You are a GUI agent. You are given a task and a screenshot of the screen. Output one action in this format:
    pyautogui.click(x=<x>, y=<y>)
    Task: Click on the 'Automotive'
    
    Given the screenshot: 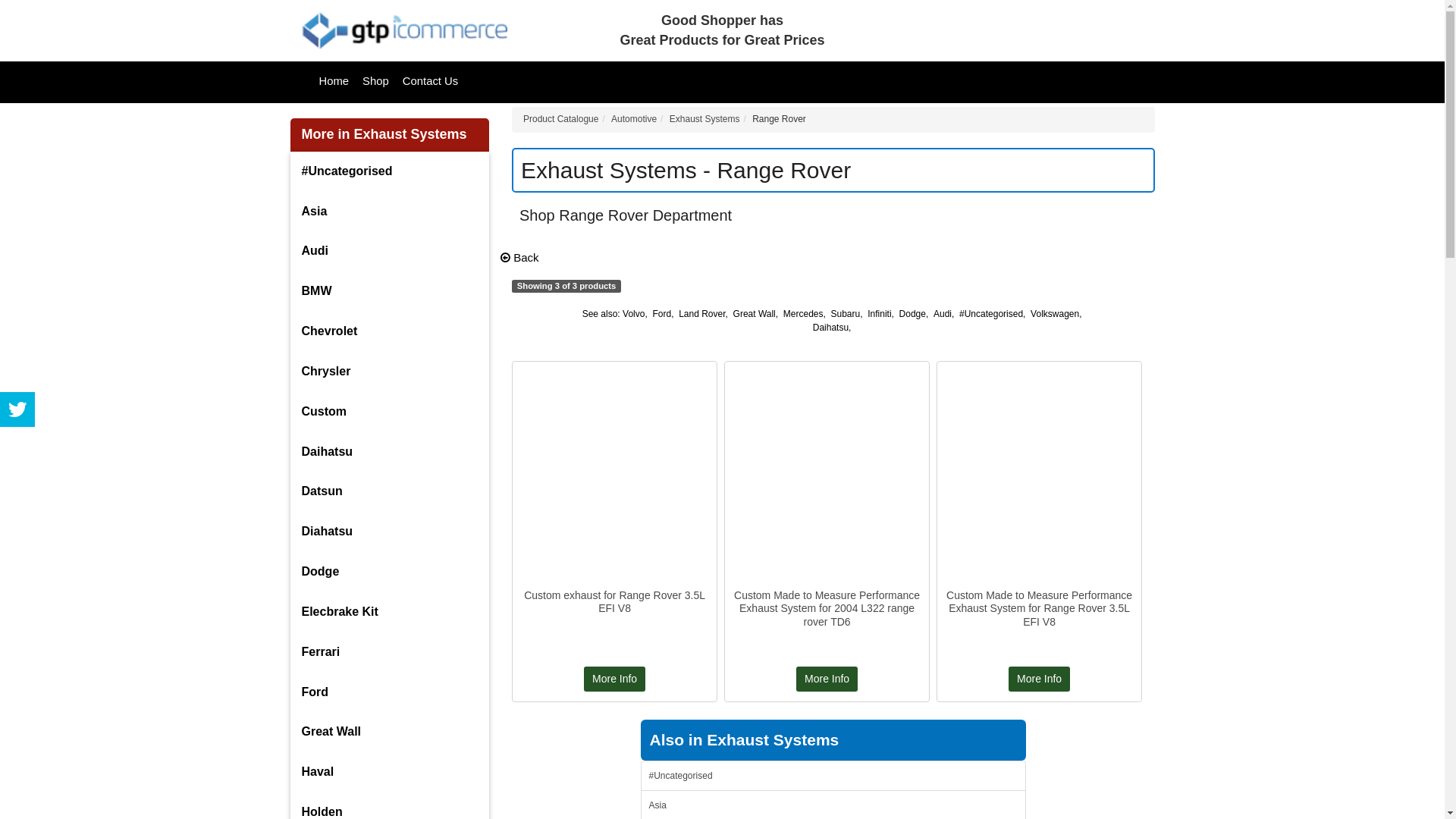 What is the action you would take?
    pyautogui.click(x=633, y=118)
    